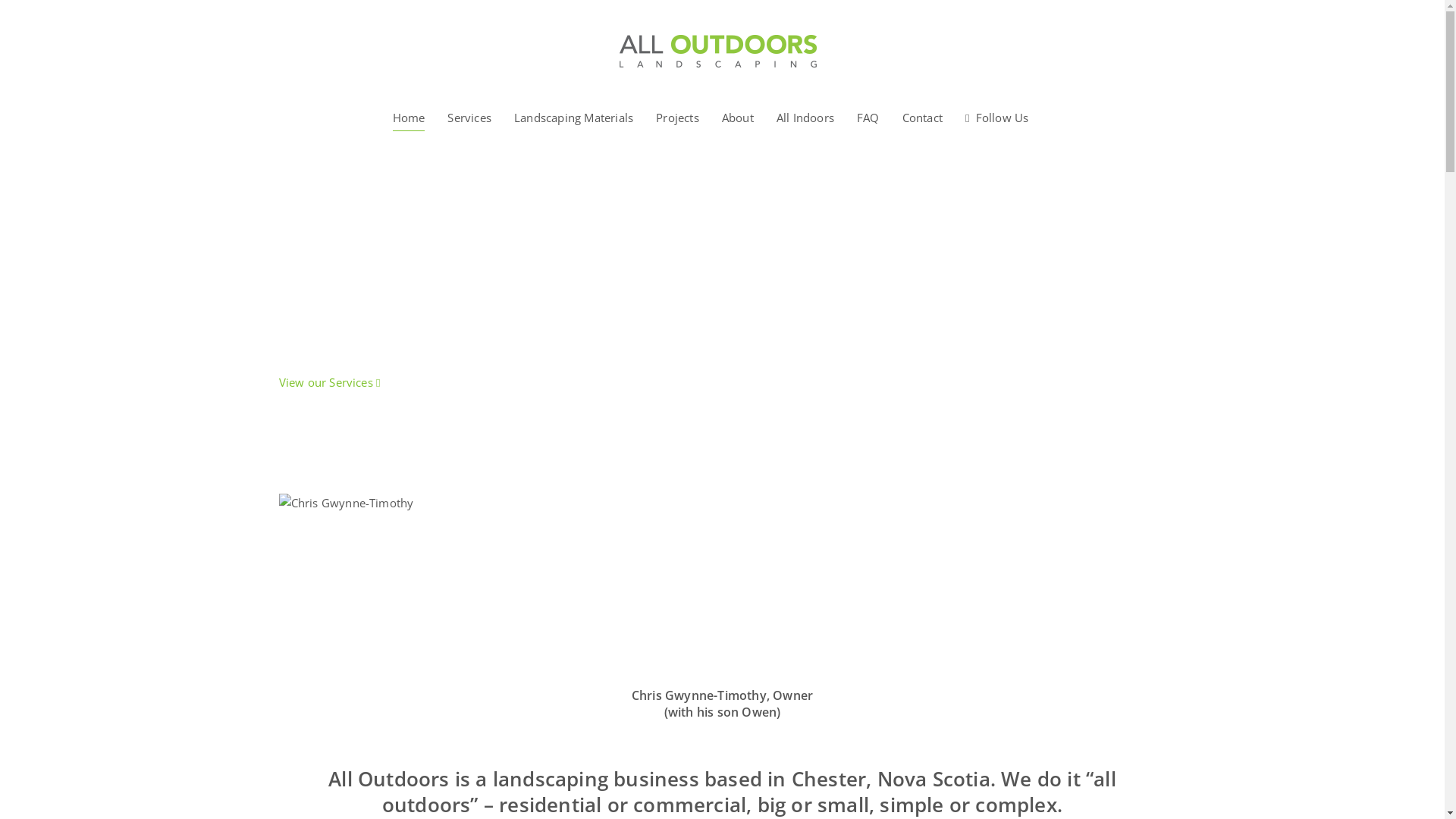 The image size is (1456, 819). I want to click on 'Follow Us', so click(997, 116).